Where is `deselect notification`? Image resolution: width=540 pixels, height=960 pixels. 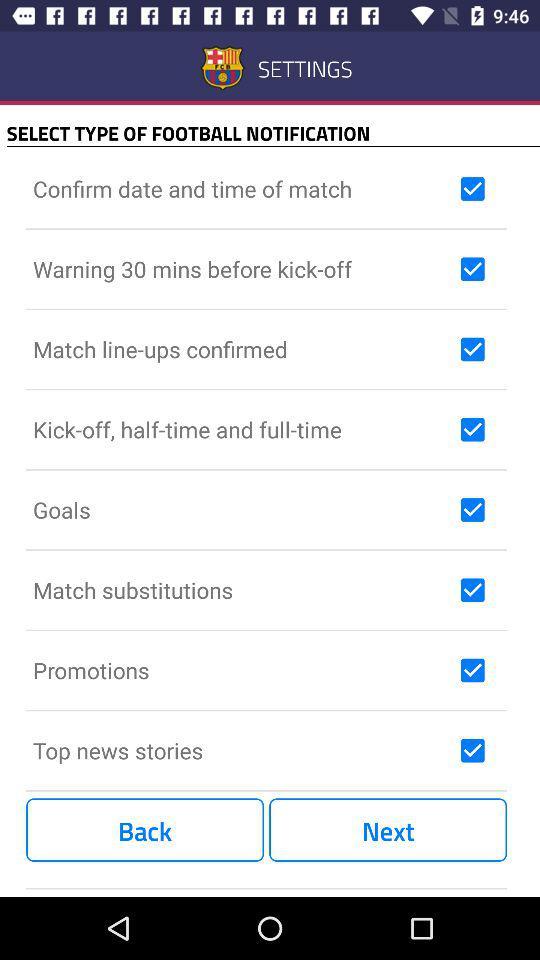 deselect notification is located at coordinates (472, 349).